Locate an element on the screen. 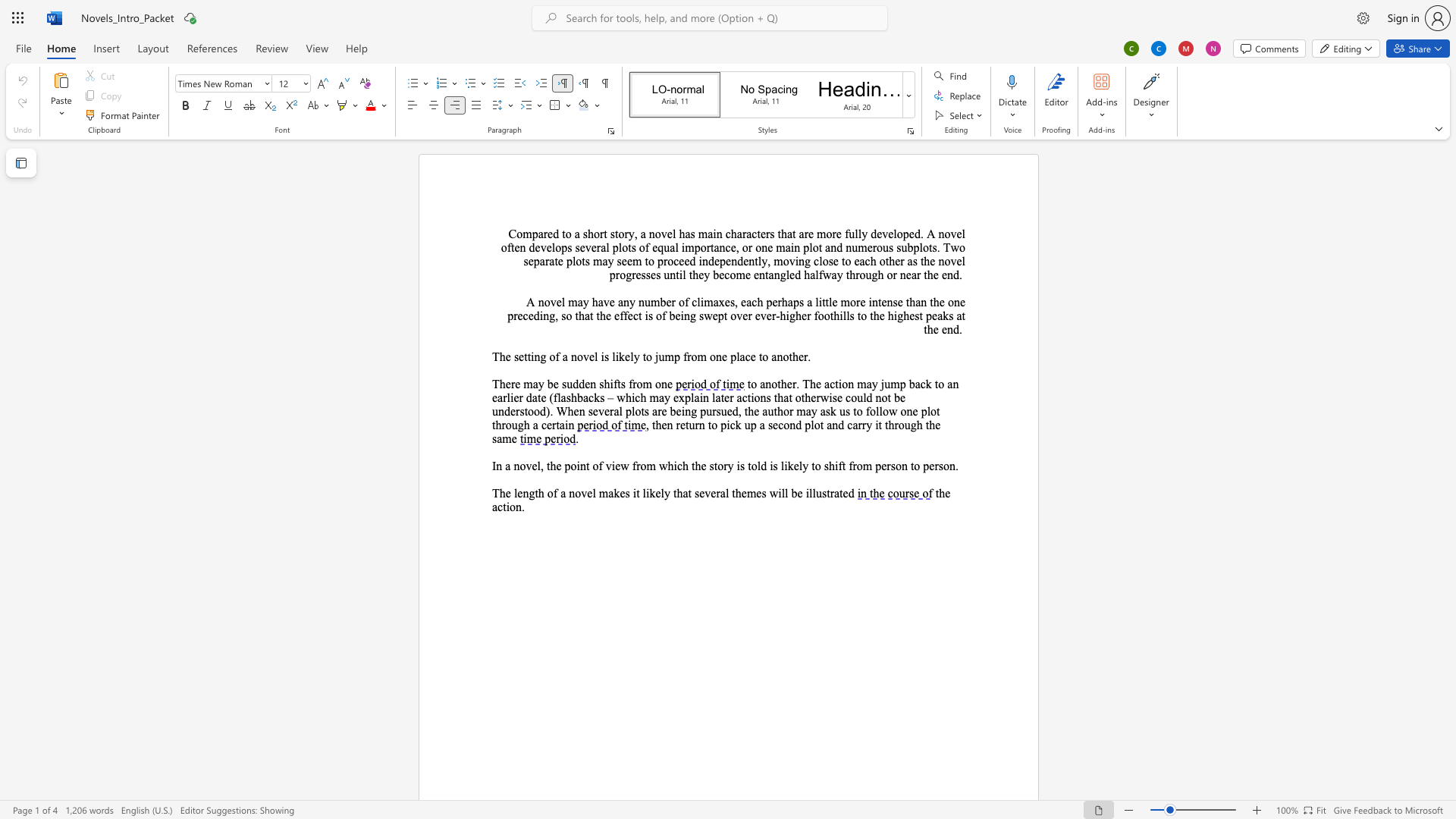 This screenshot has height=819, width=1456. the 2th character "d" in the text is located at coordinates (740, 260).